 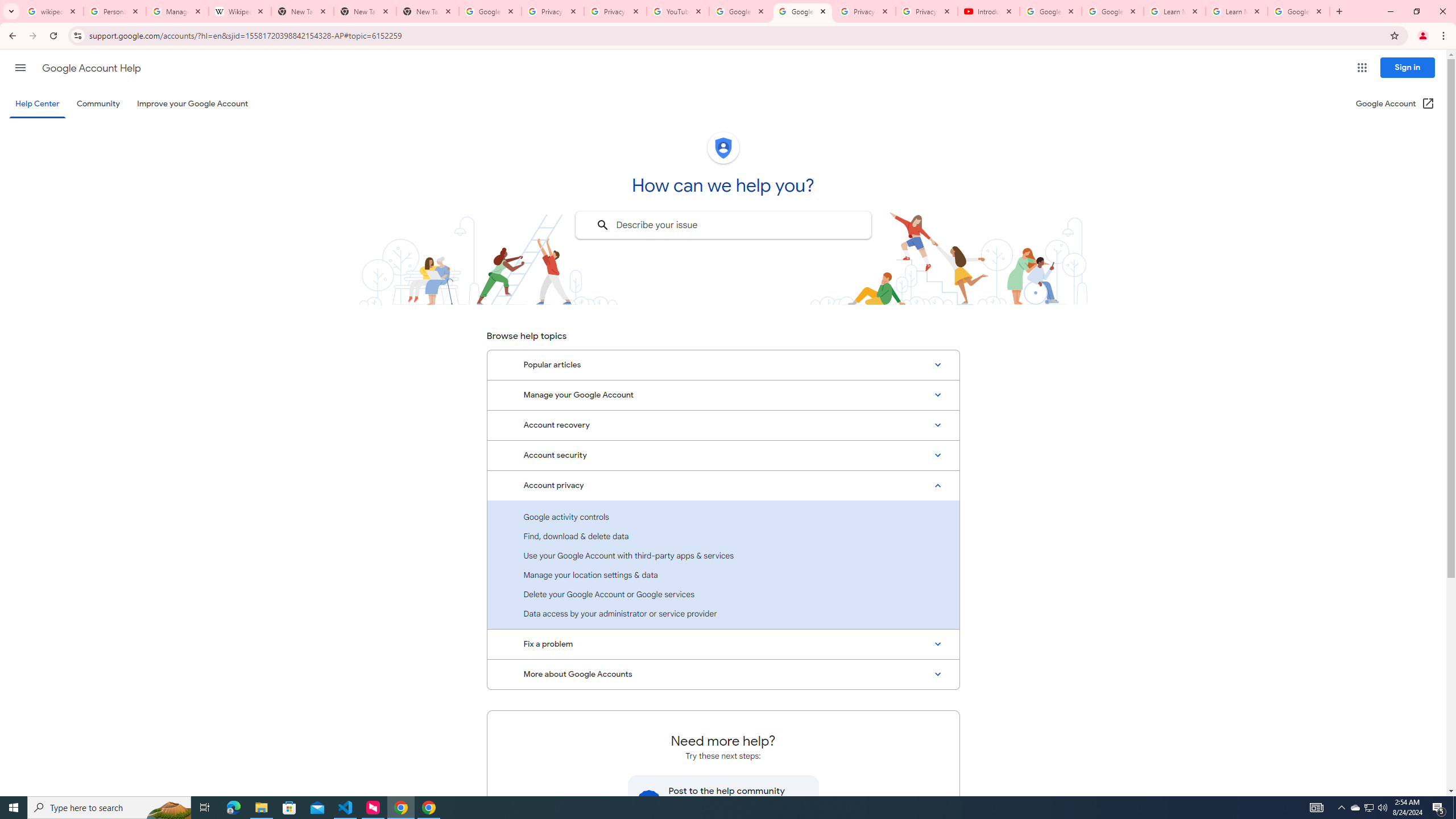 What do you see at coordinates (988, 11) in the screenshot?
I see `'Introduction | Google Privacy Policy - YouTube'` at bounding box center [988, 11].